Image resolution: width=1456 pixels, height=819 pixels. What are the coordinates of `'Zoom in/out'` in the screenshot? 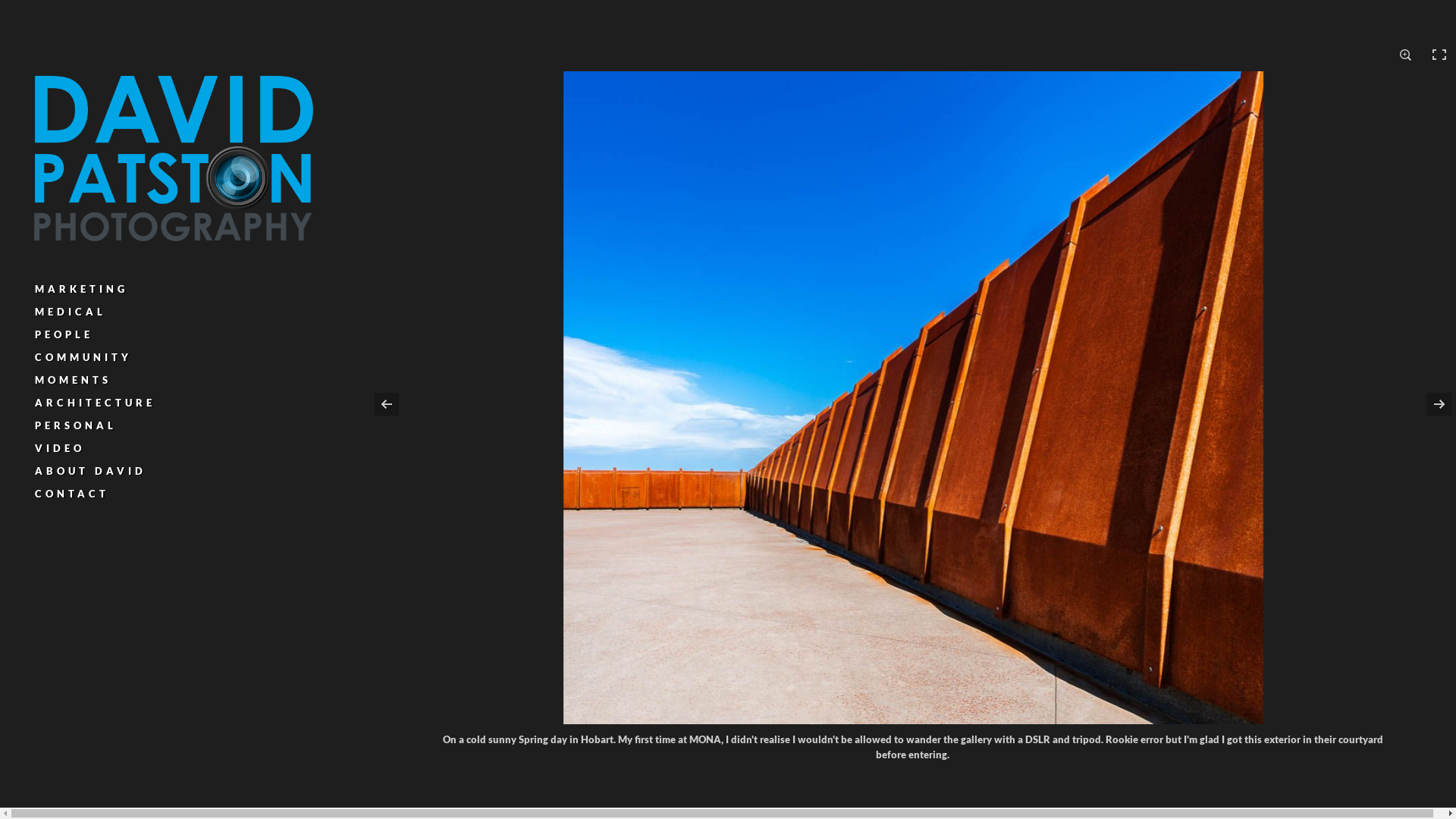 It's located at (1404, 54).